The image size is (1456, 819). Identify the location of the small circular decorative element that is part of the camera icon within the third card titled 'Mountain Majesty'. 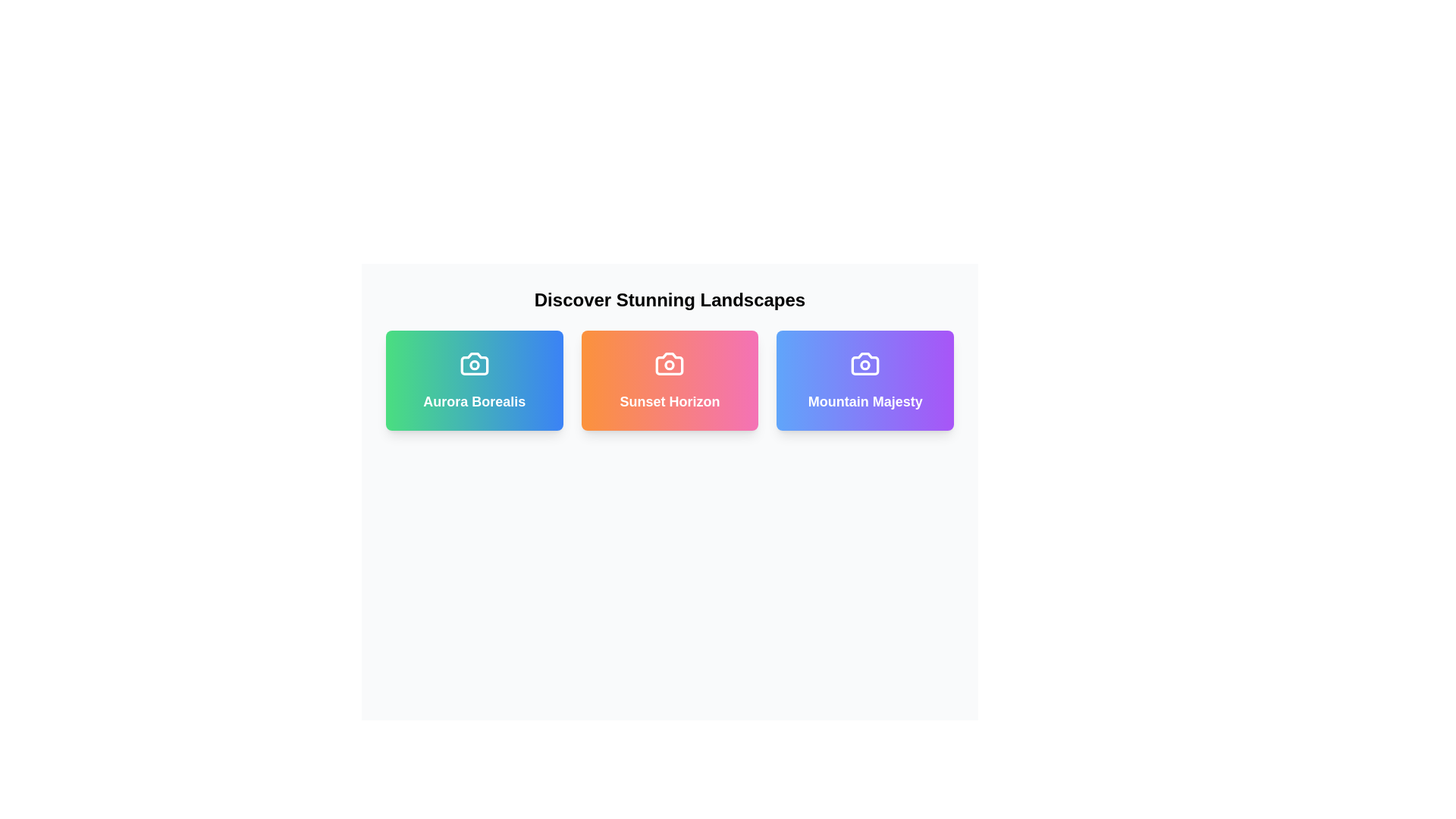
(865, 365).